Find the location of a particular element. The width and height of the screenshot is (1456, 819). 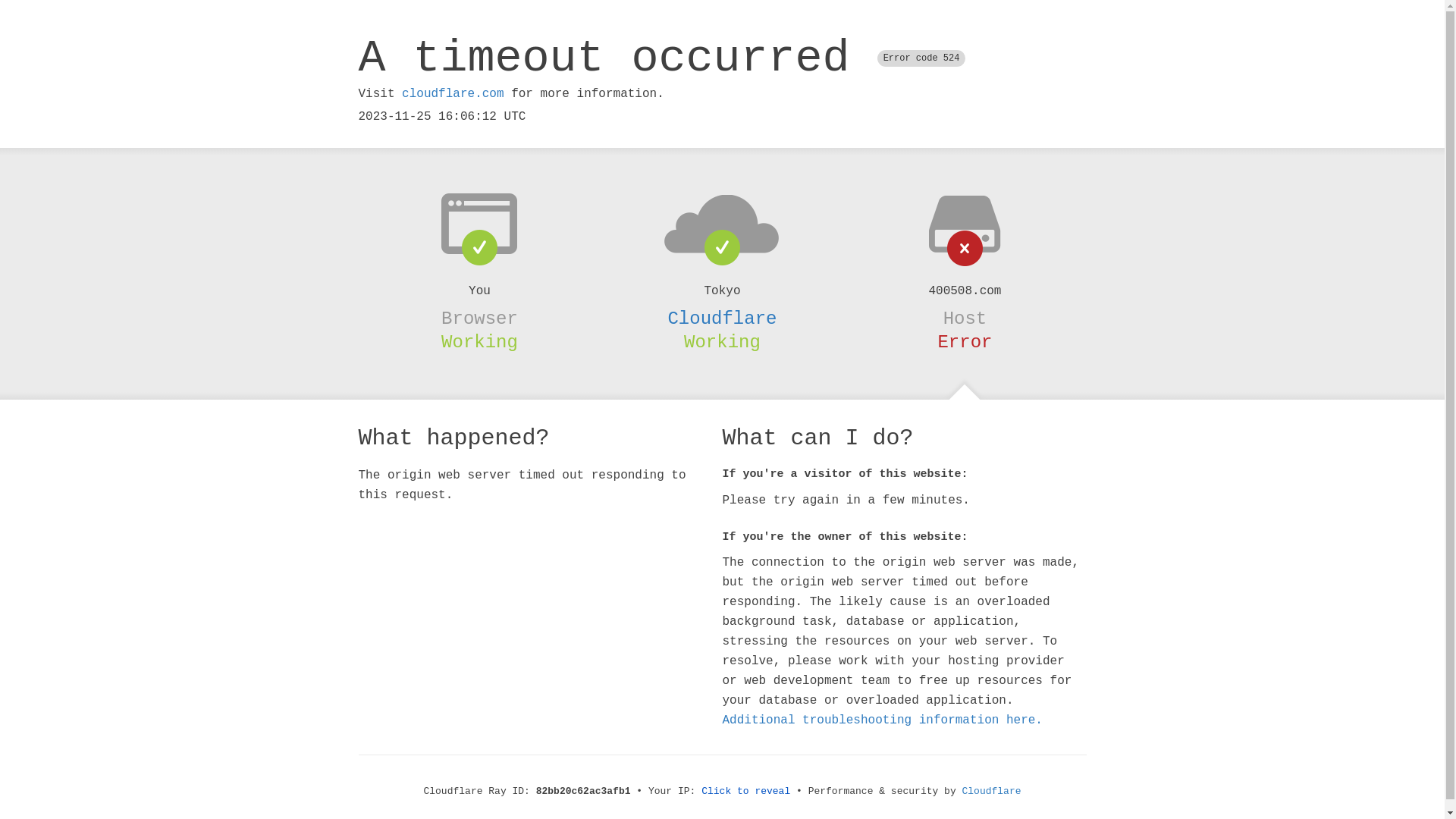

'cloudflare.com' is located at coordinates (451, 93).